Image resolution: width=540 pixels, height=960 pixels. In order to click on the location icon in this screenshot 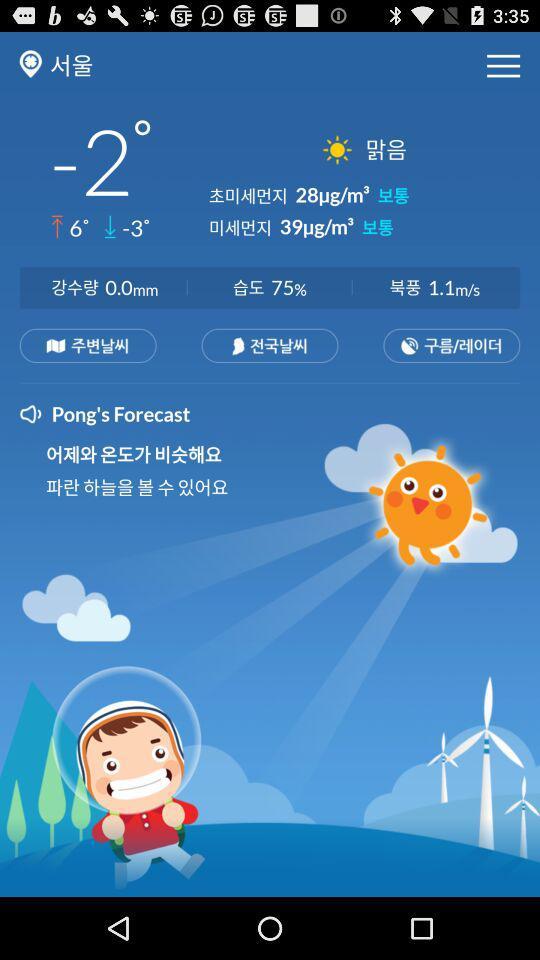, I will do `click(23, 59)`.